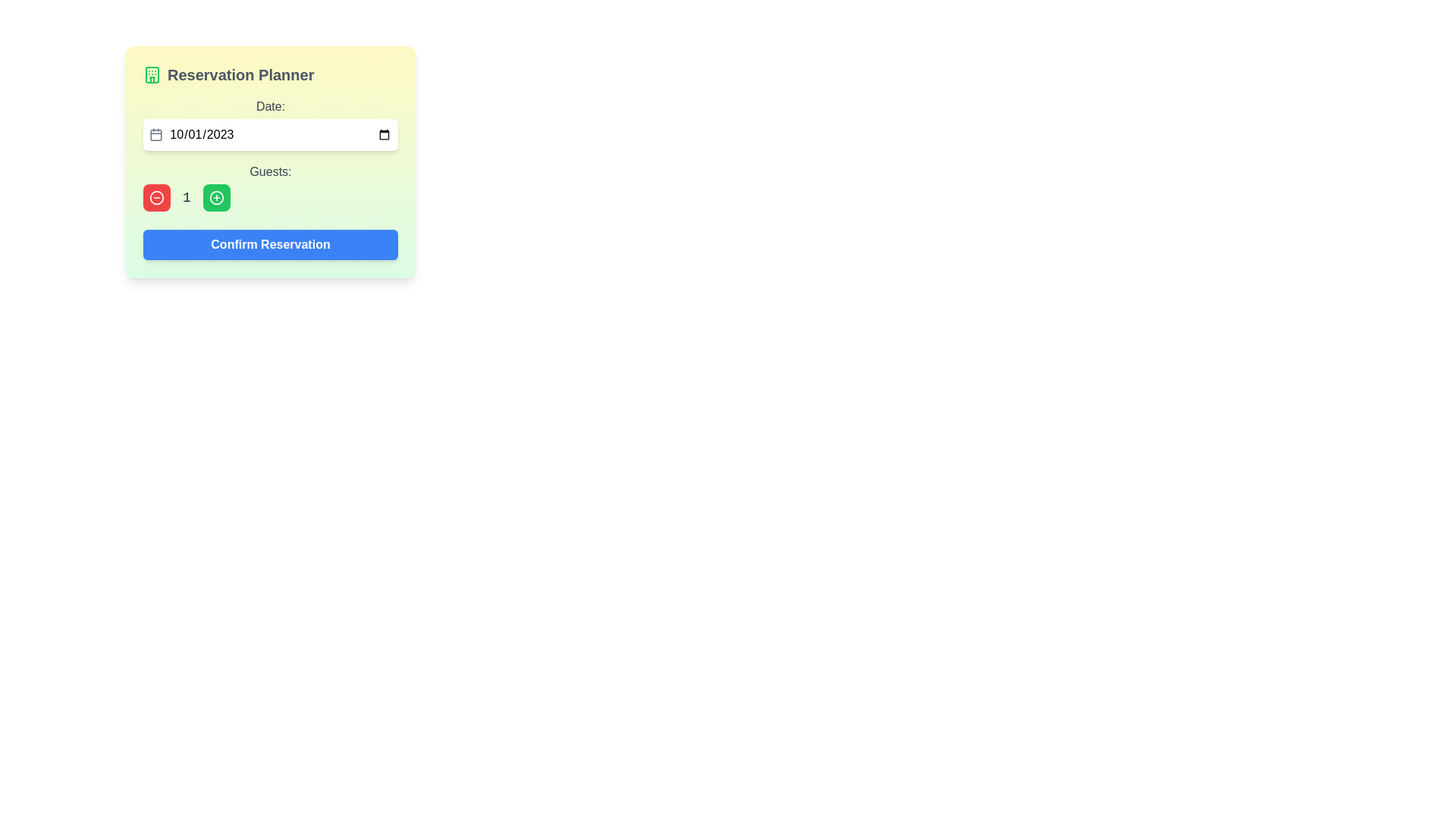  What do you see at coordinates (156, 133) in the screenshot?
I see `the calendar icon, which is styled in light gray and located to the left of the date input field labeled 'Date:' in the 'Reservation Planner' card` at bounding box center [156, 133].